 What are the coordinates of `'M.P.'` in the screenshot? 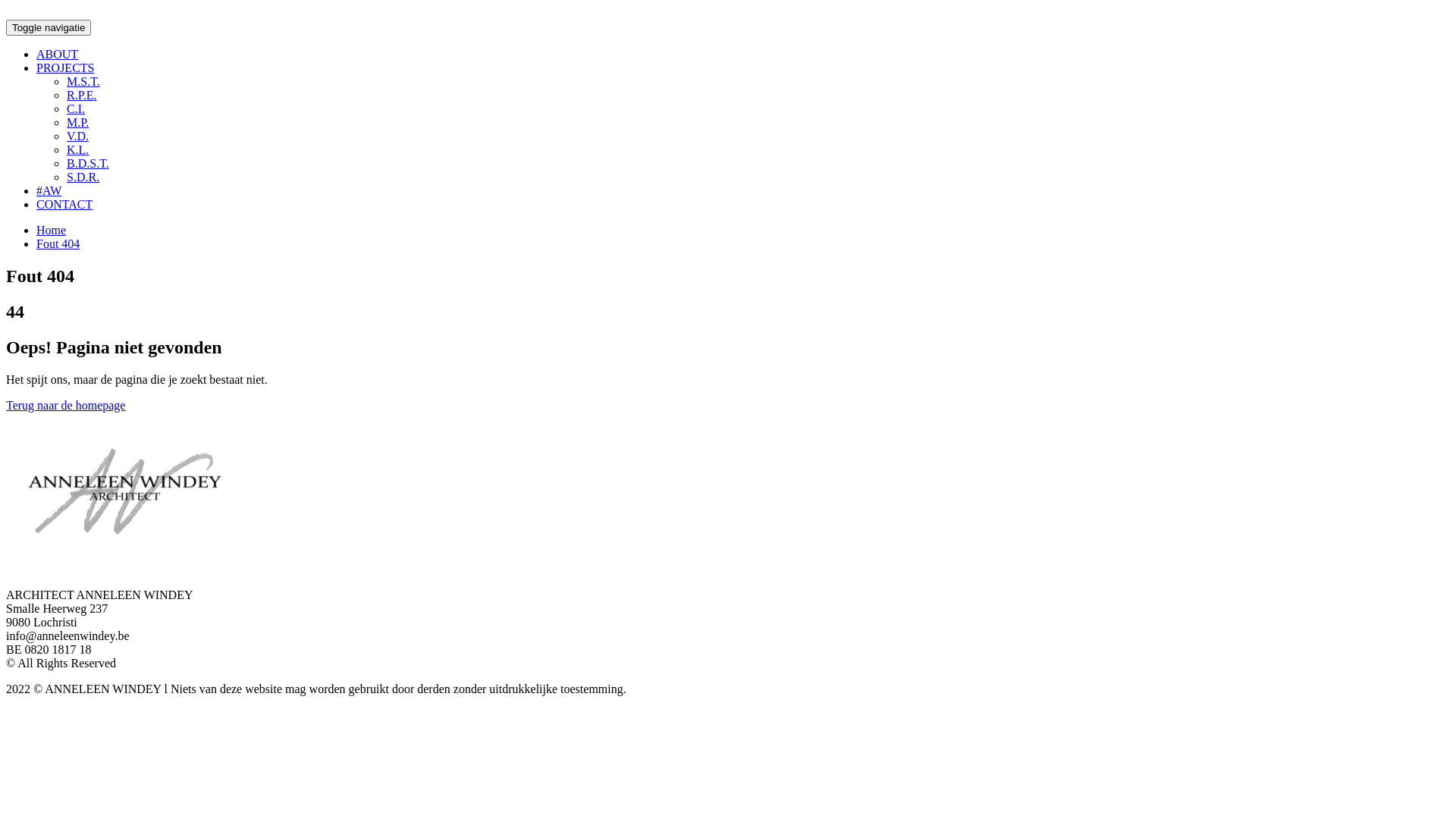 It's located at (77, 121).